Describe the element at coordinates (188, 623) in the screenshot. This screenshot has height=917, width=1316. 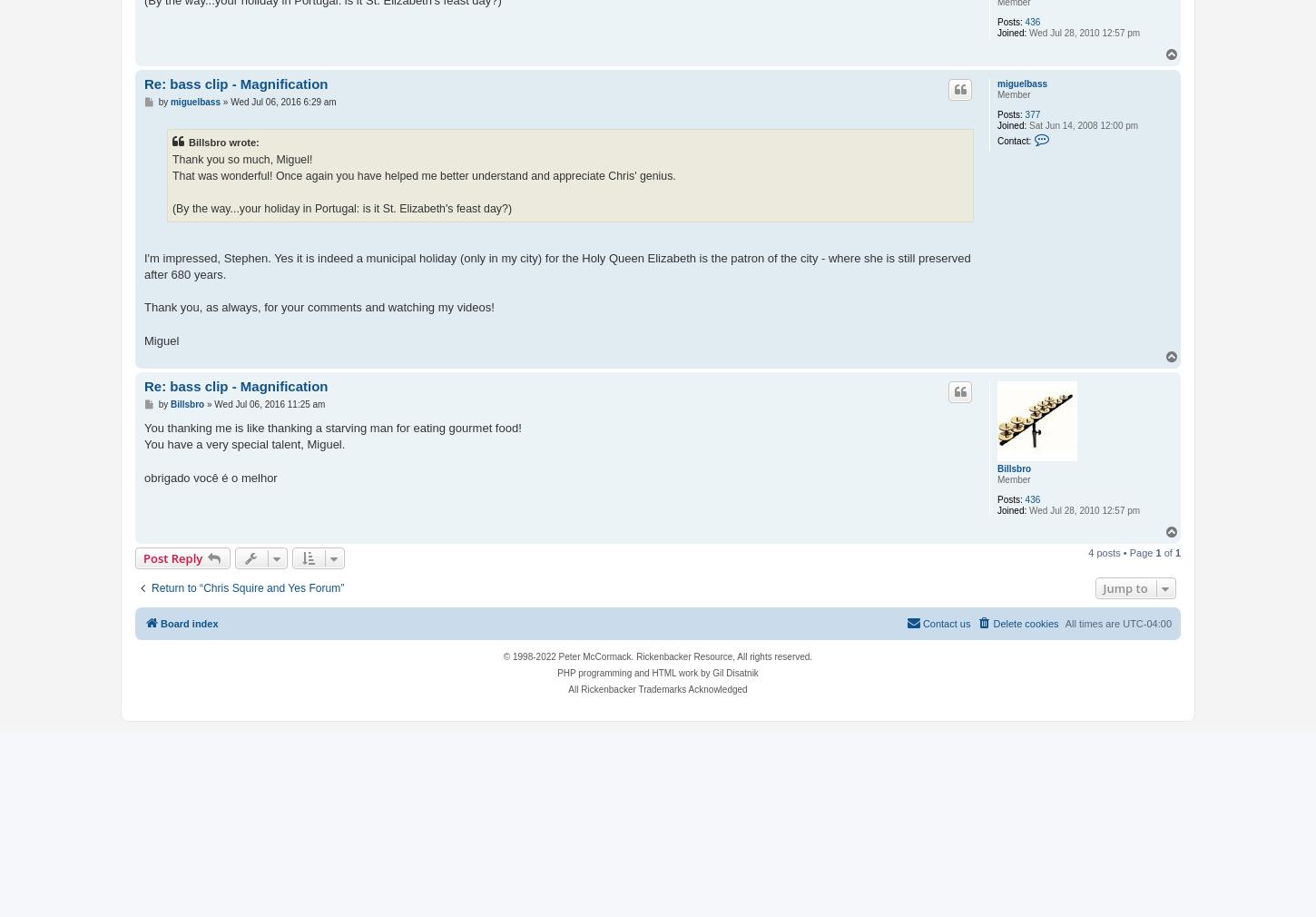
I see `'Board index'` at that location.